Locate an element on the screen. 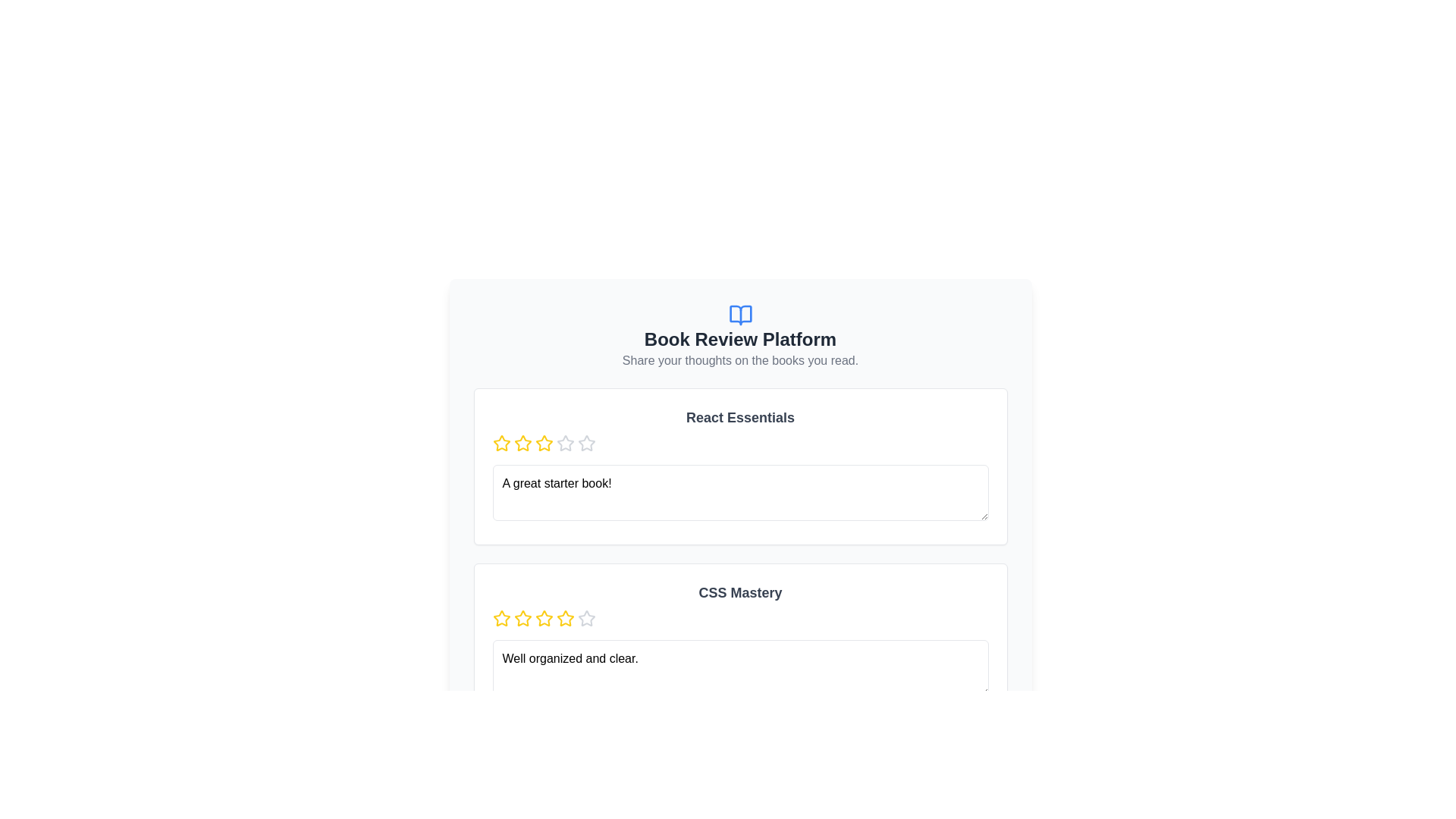 This screenshot has width=1456, height=819. the third yellow star icon in the rating system below the title 'React Essentials' is located at coordinates (544, 444).